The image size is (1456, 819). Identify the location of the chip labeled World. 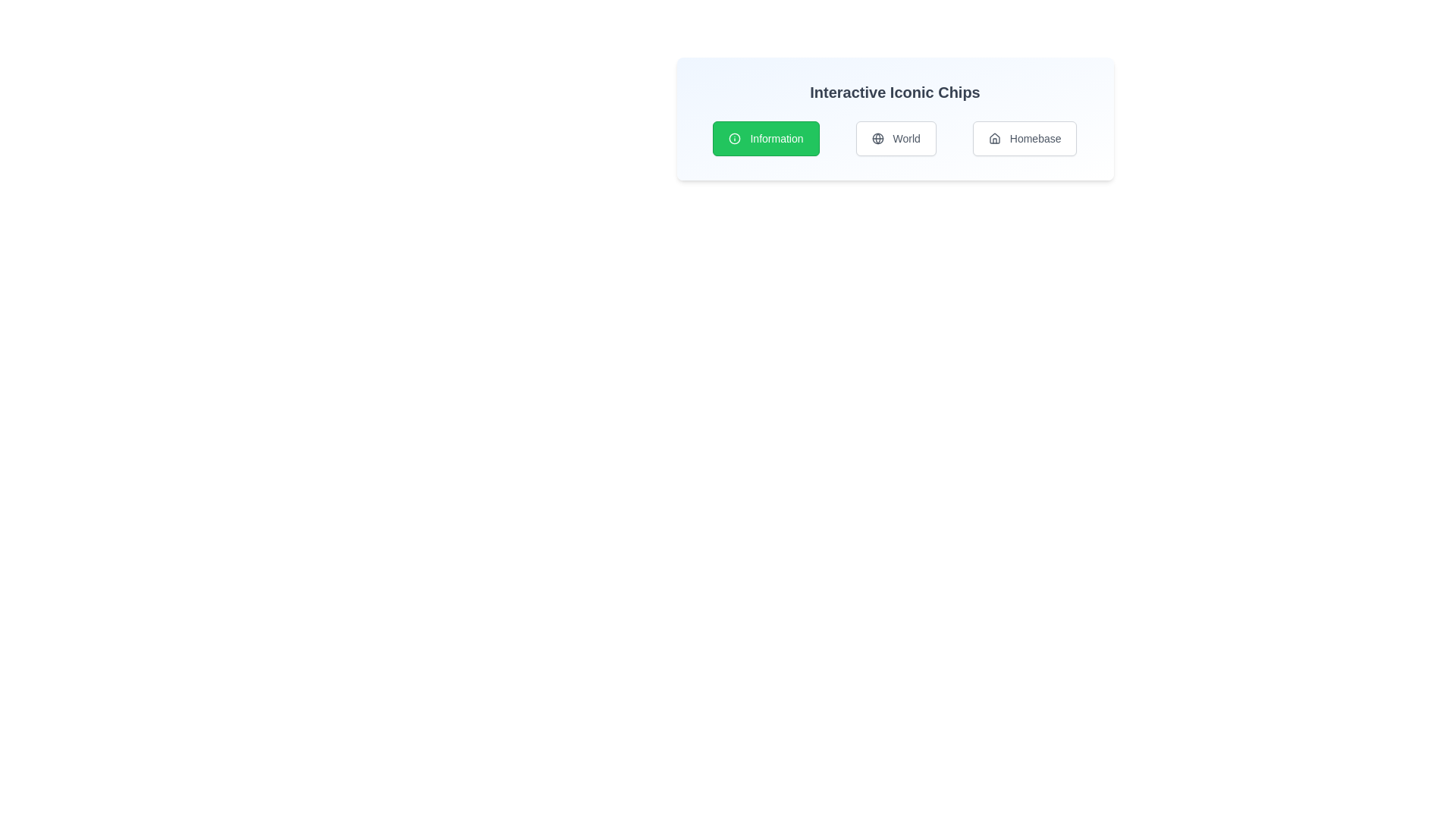
(896, 138).